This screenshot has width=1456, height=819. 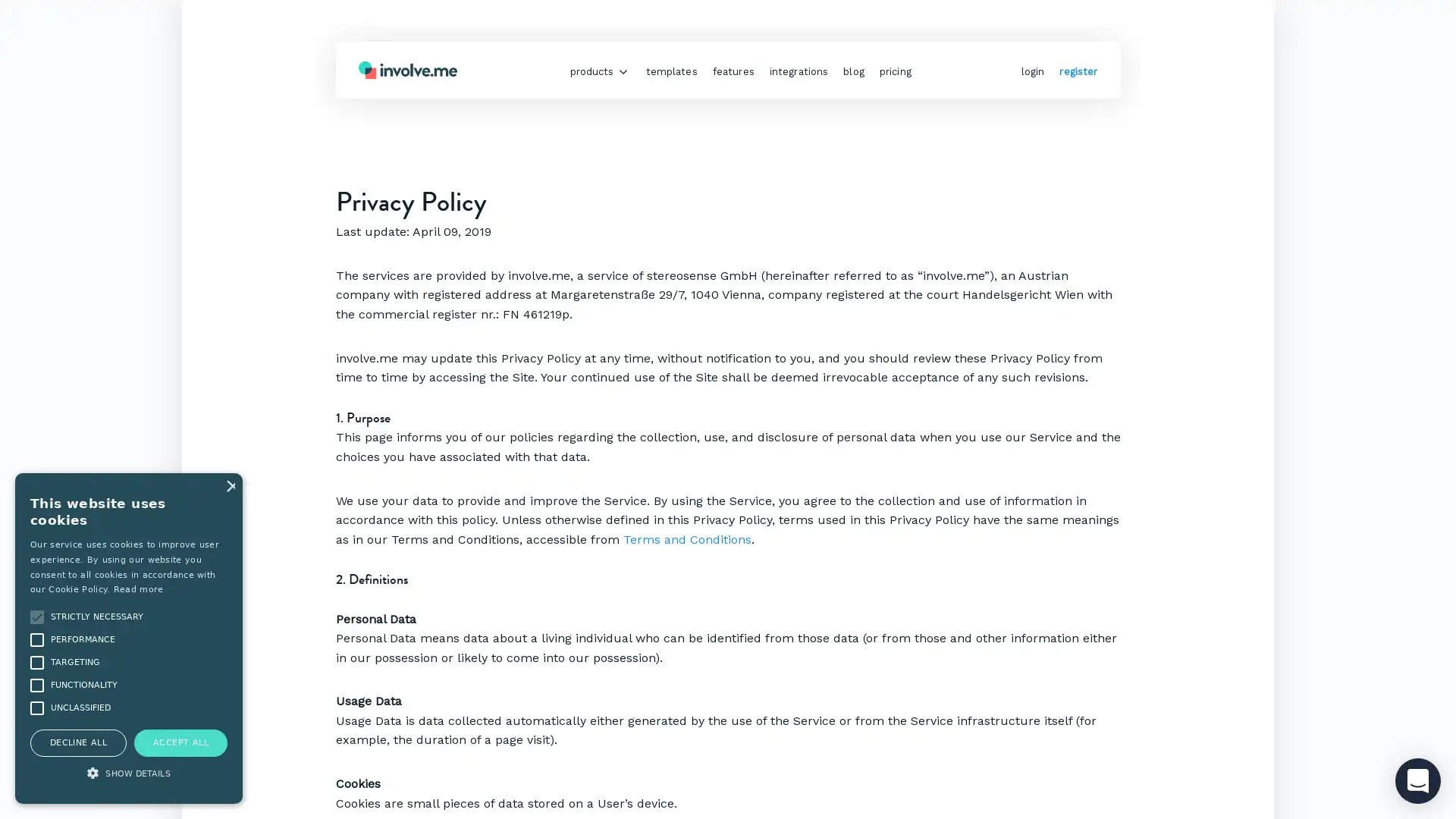 I want to click on Open Intercom Messenger, so click(x=1417, y=780).